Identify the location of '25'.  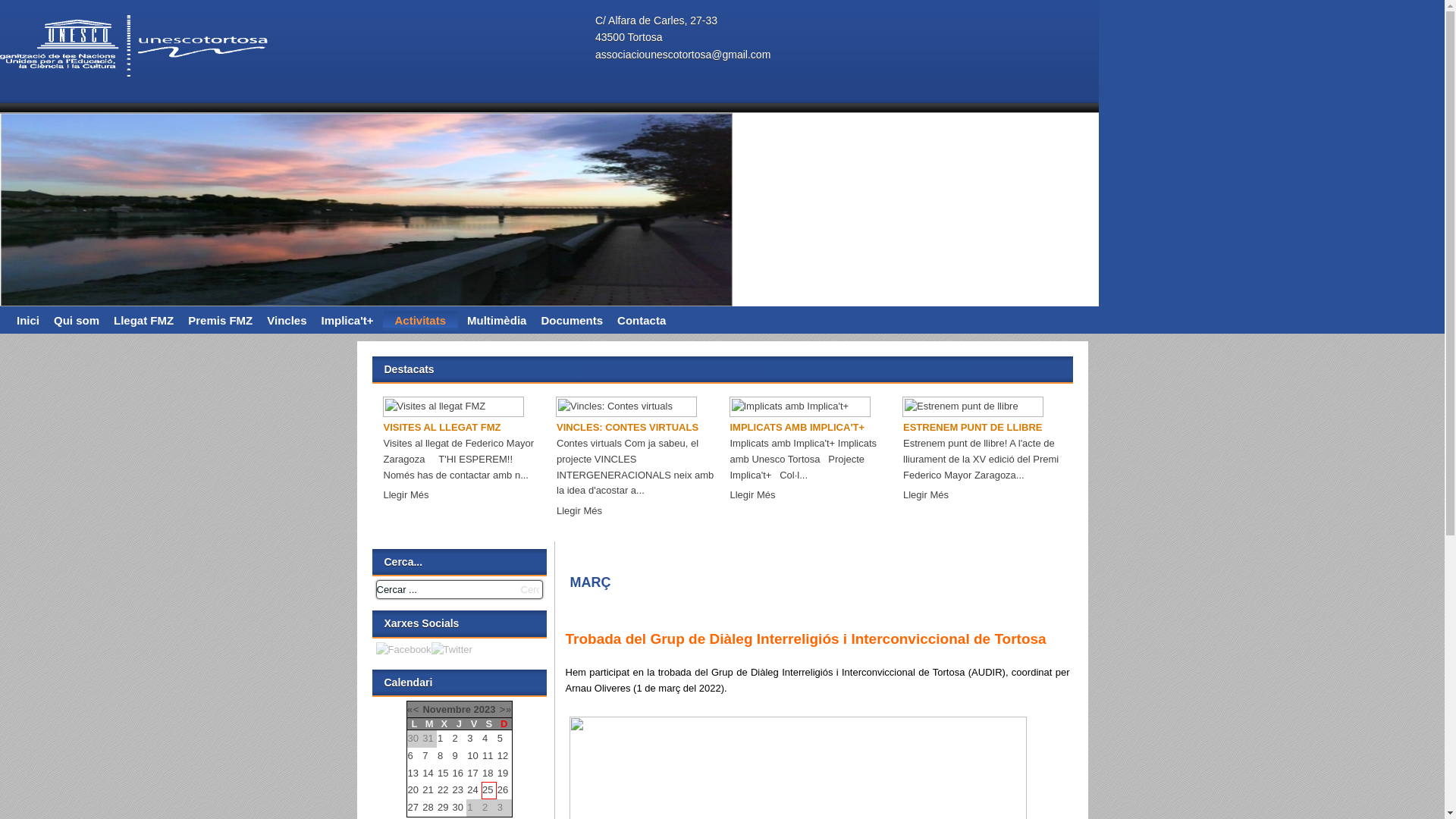
(488, 789).